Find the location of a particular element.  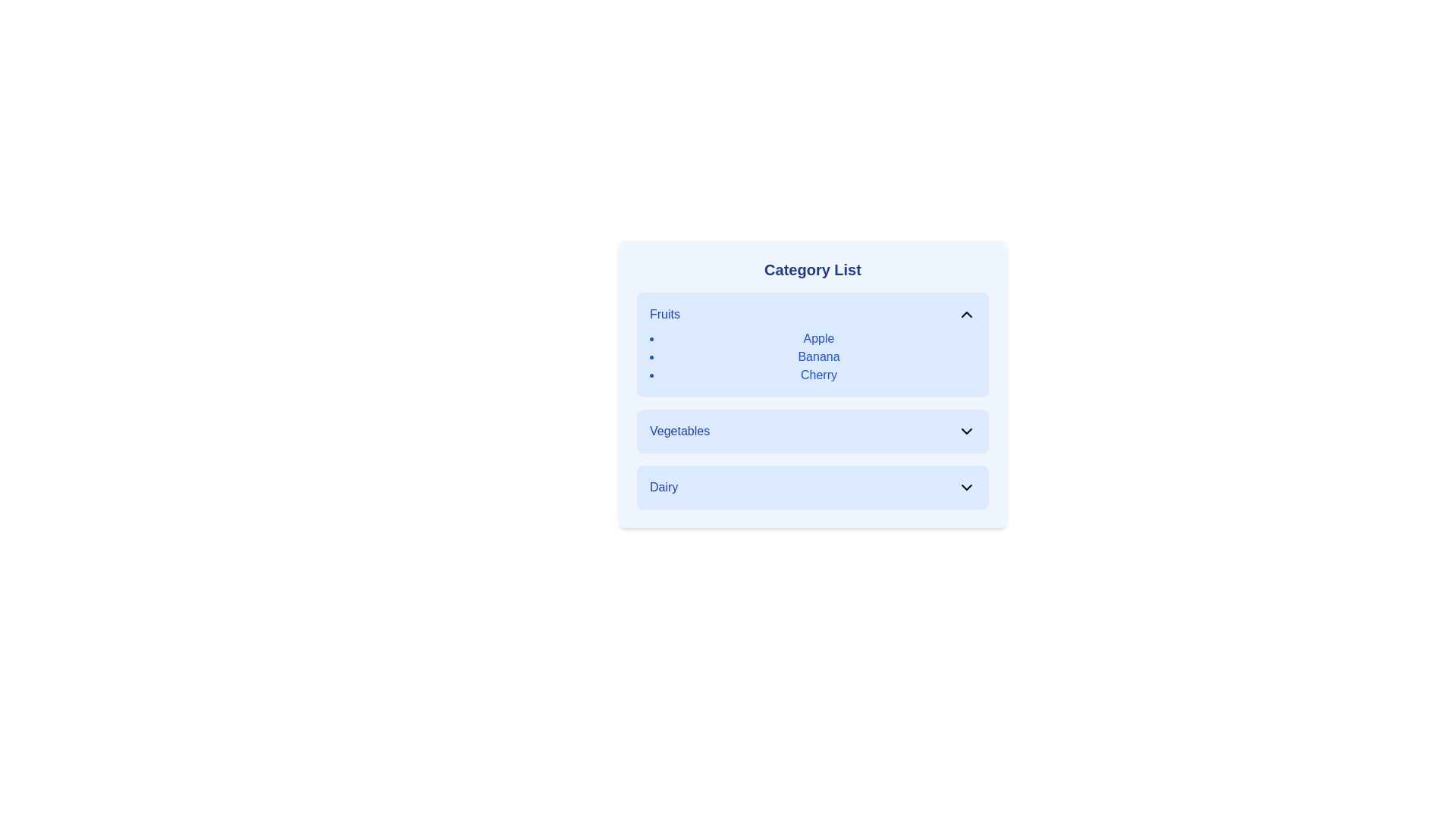

the 'Category List' expandable section is located at coordinates (811, 383).